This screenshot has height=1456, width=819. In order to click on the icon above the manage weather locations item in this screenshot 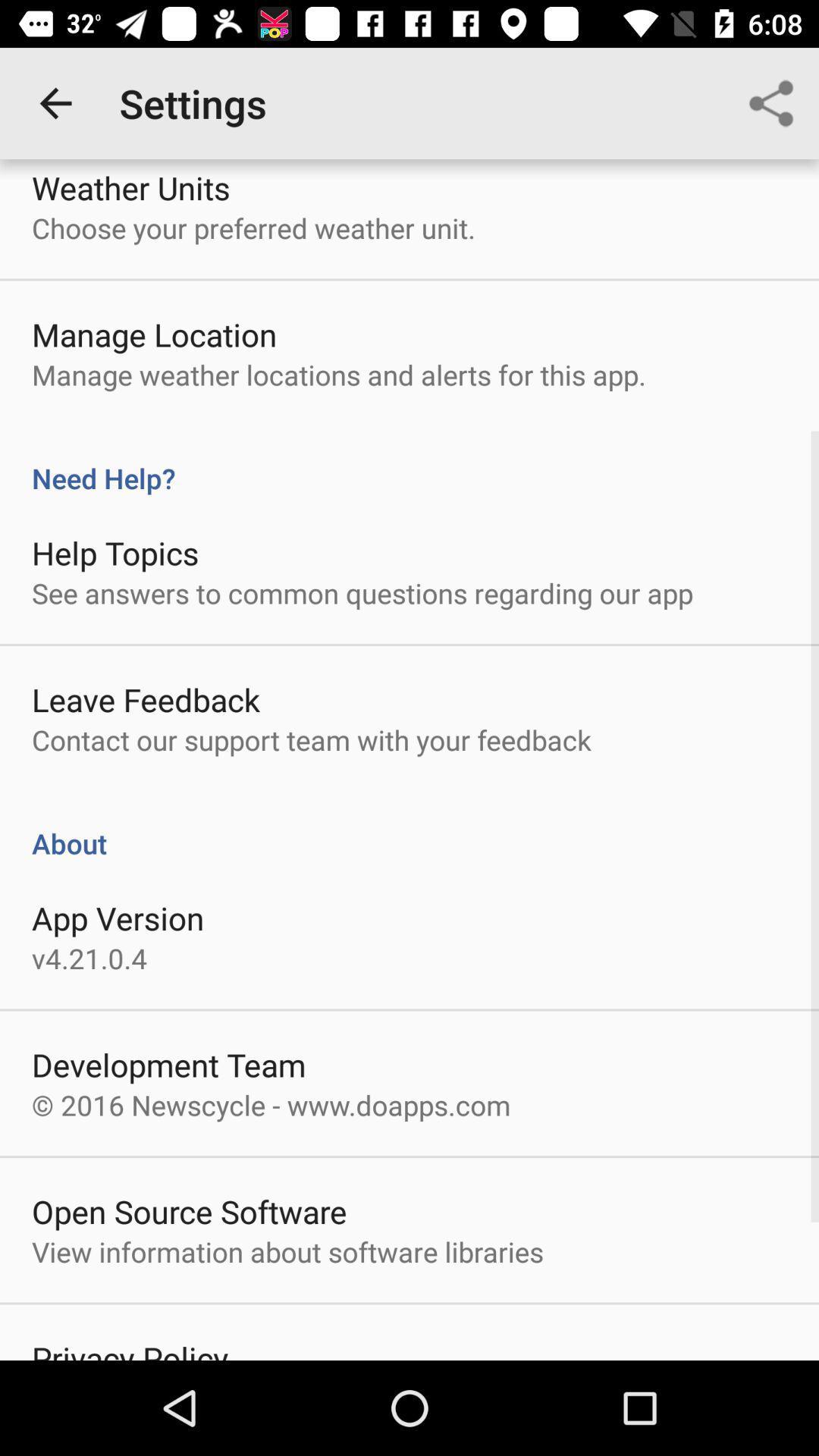, I will do `click(154, 334)`.